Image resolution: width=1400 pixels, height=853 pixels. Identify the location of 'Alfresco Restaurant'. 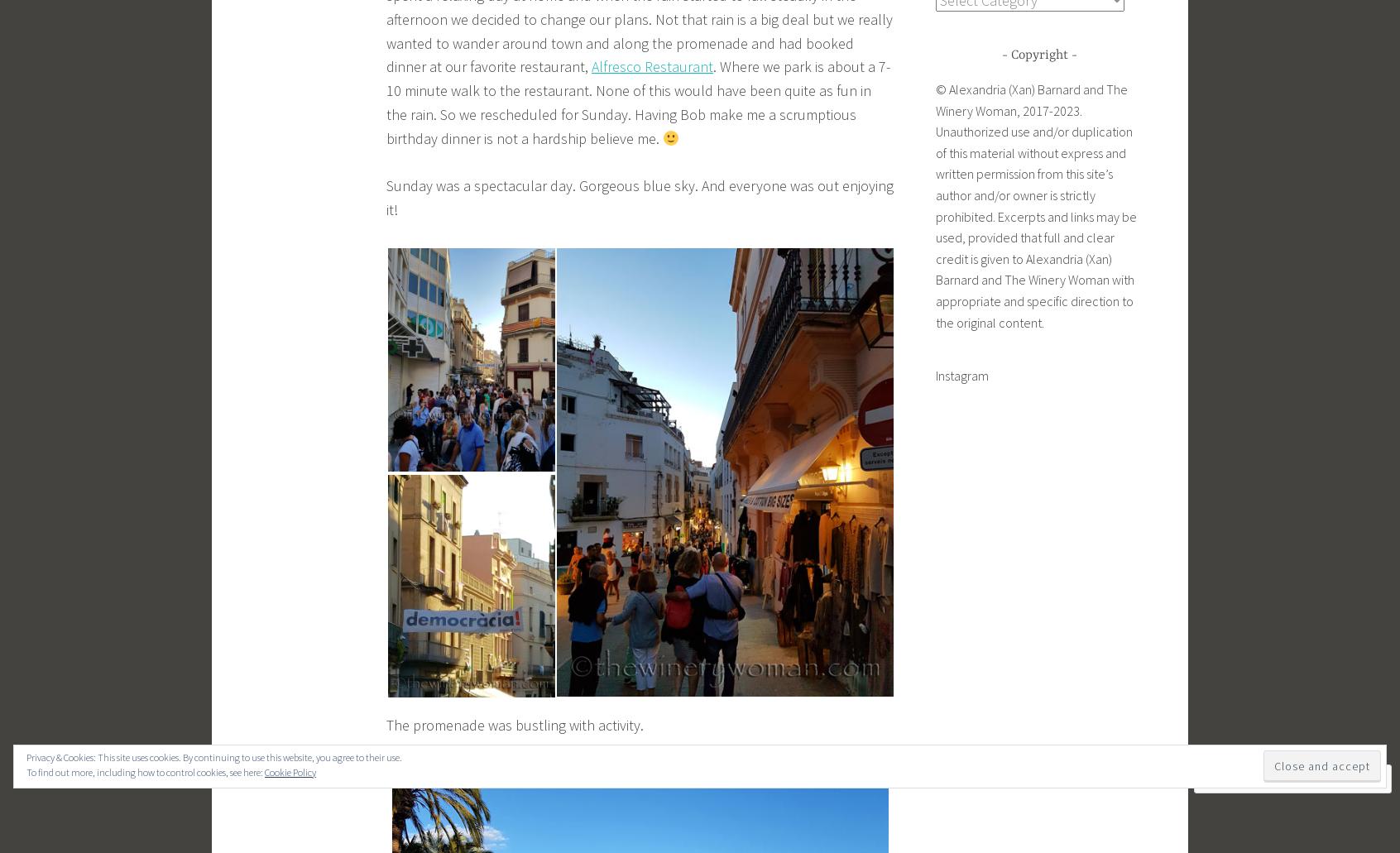
(591, 66).